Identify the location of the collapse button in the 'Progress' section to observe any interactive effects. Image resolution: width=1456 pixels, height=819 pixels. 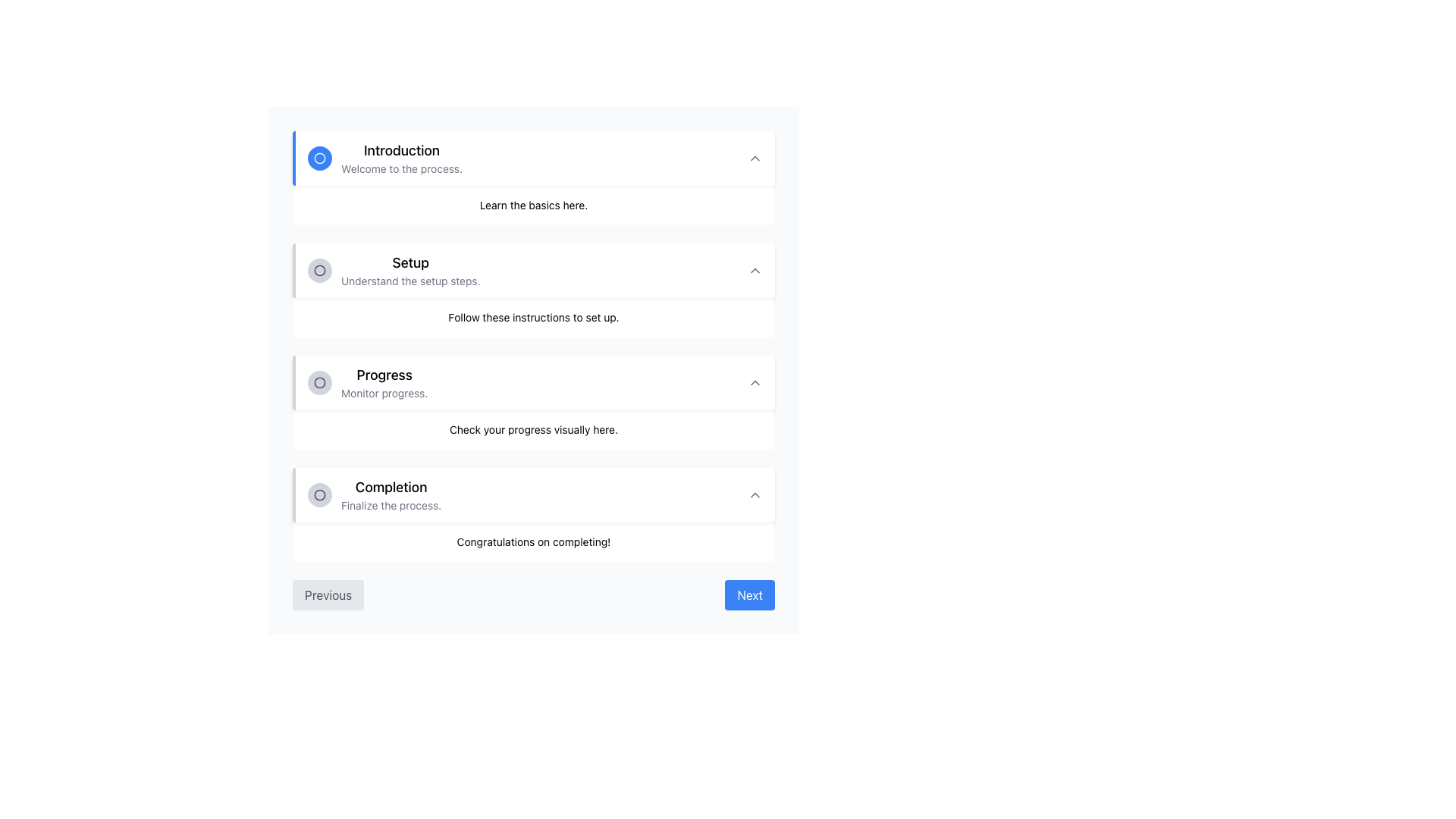
(755, 382).